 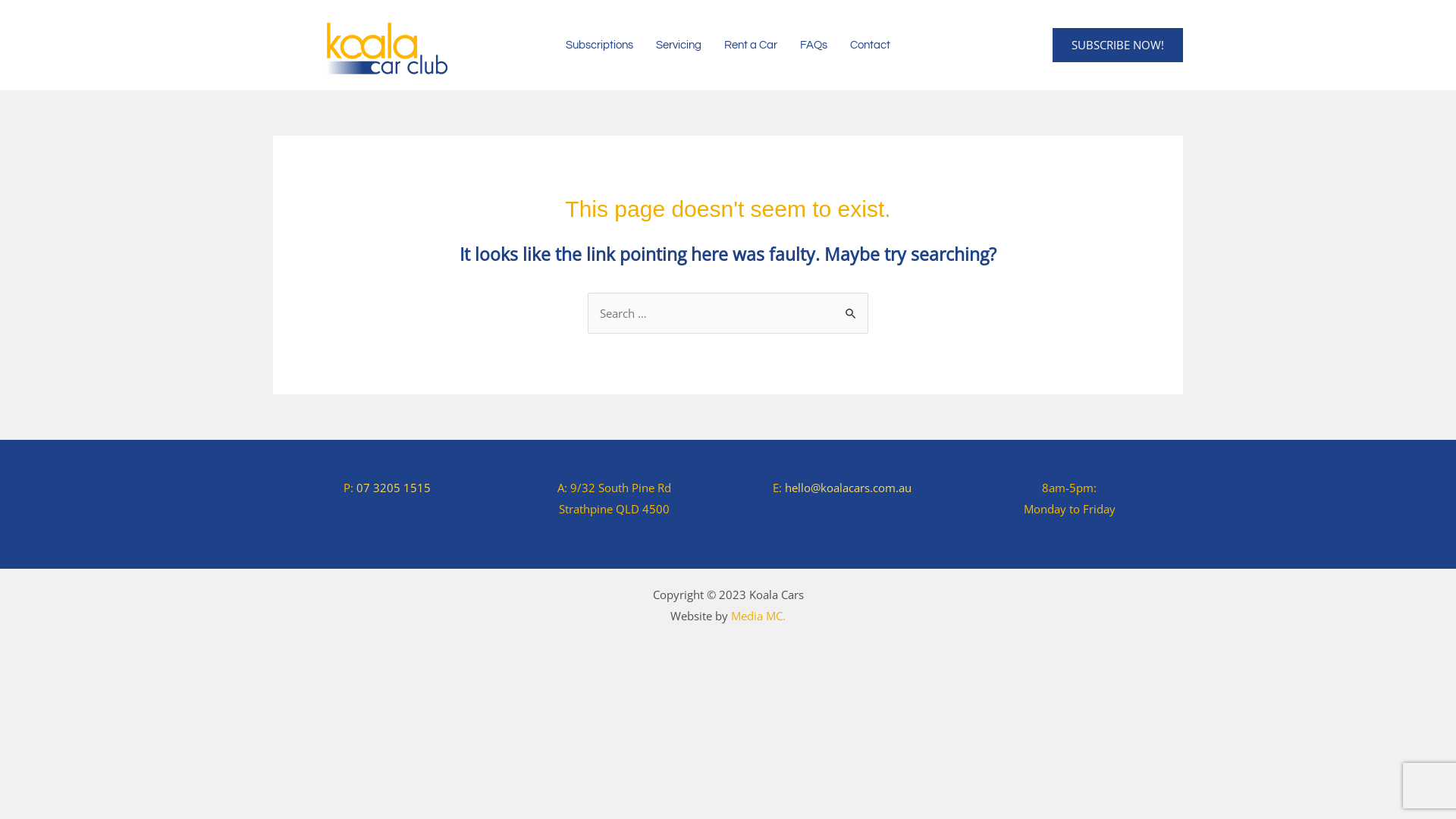 What do you see at coordinates (750, 43) in the screenshot?
I see `'Rent a Car'` at bounding box center [750, 43].